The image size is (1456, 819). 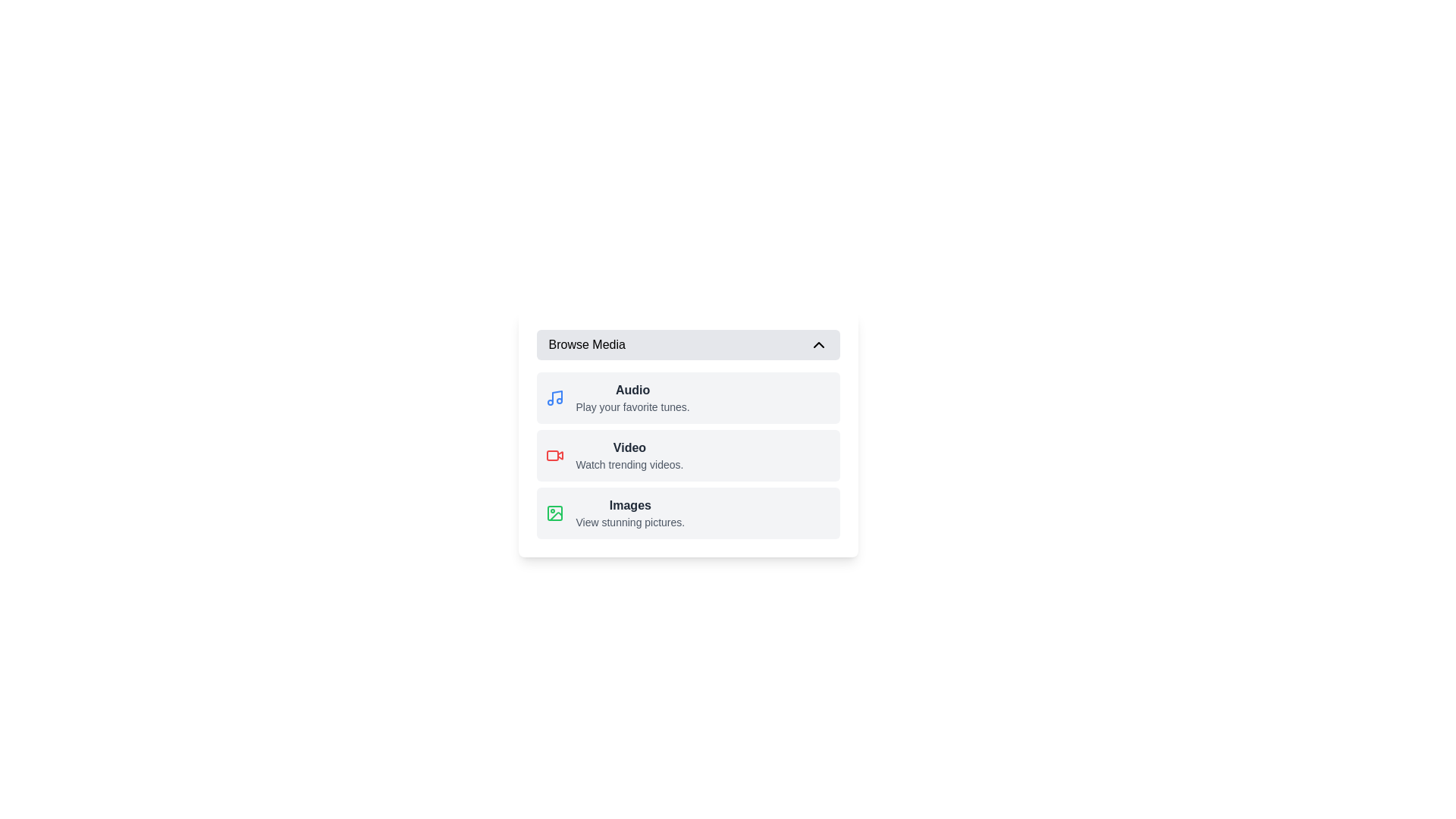 What do you see at coordinates (629, 464) in the screenshot?
I see `explanatory subtitle text for the 'Video' section, which is located directly beneath the primary label 'Video'` at bounding box center [629, 464].